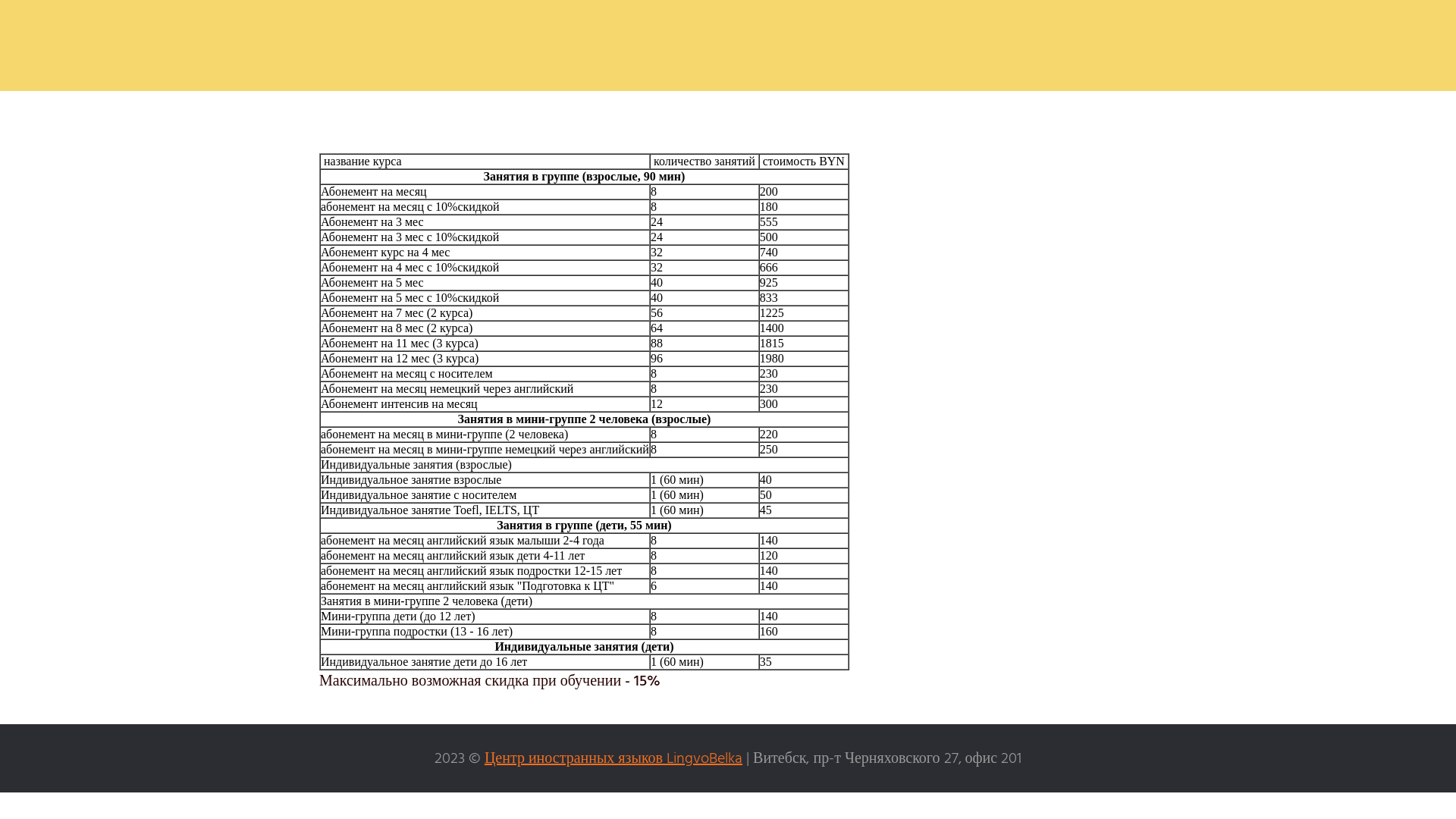 This screenshot has width=1456, height=819. Describe the element at coordinates (728, 45) in the screenshot. I see `'leon-logo'` at that location.